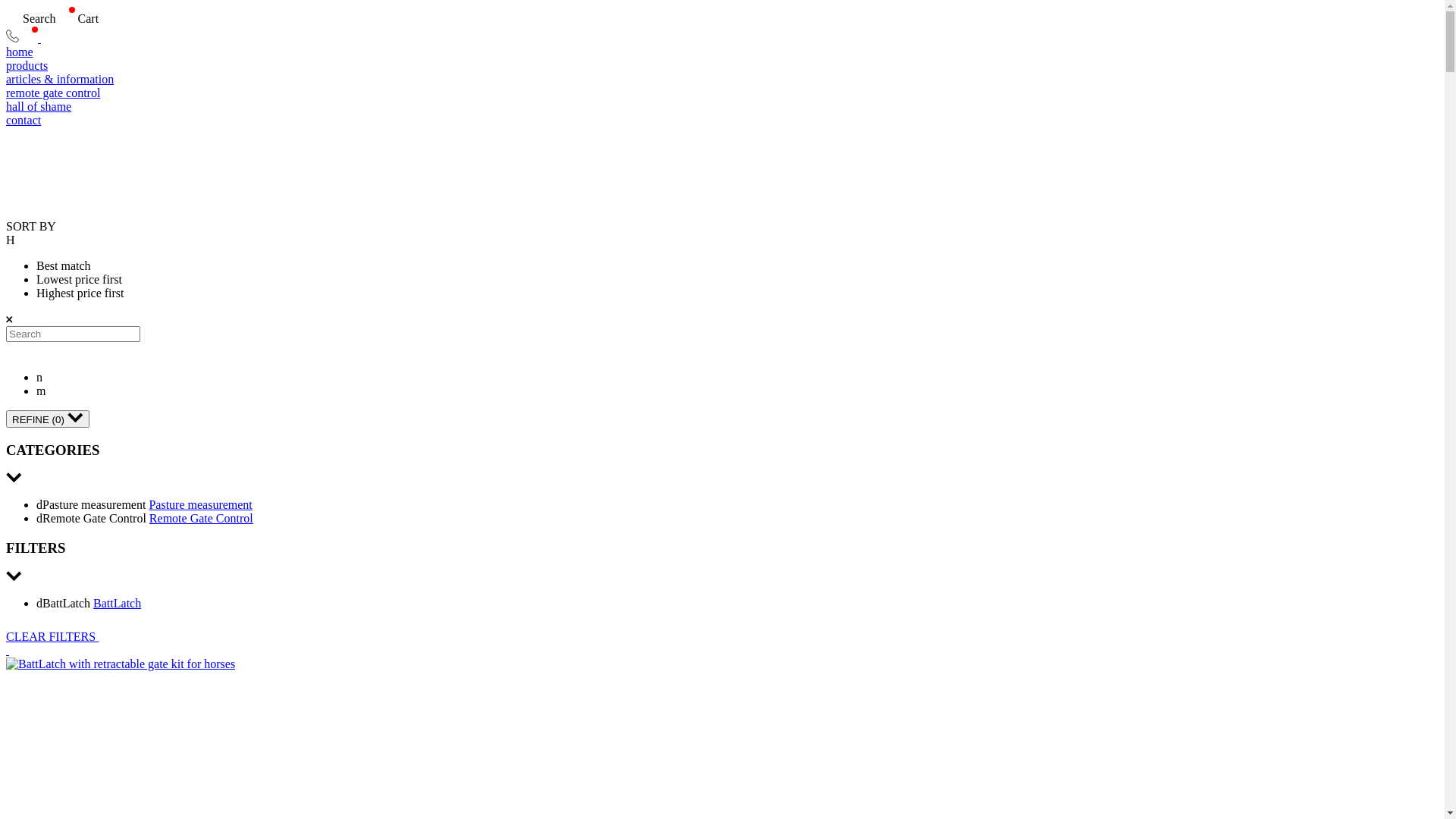  Describe the element at coordinates (6, 65) in the screenshot. I see `'products'` at that location.